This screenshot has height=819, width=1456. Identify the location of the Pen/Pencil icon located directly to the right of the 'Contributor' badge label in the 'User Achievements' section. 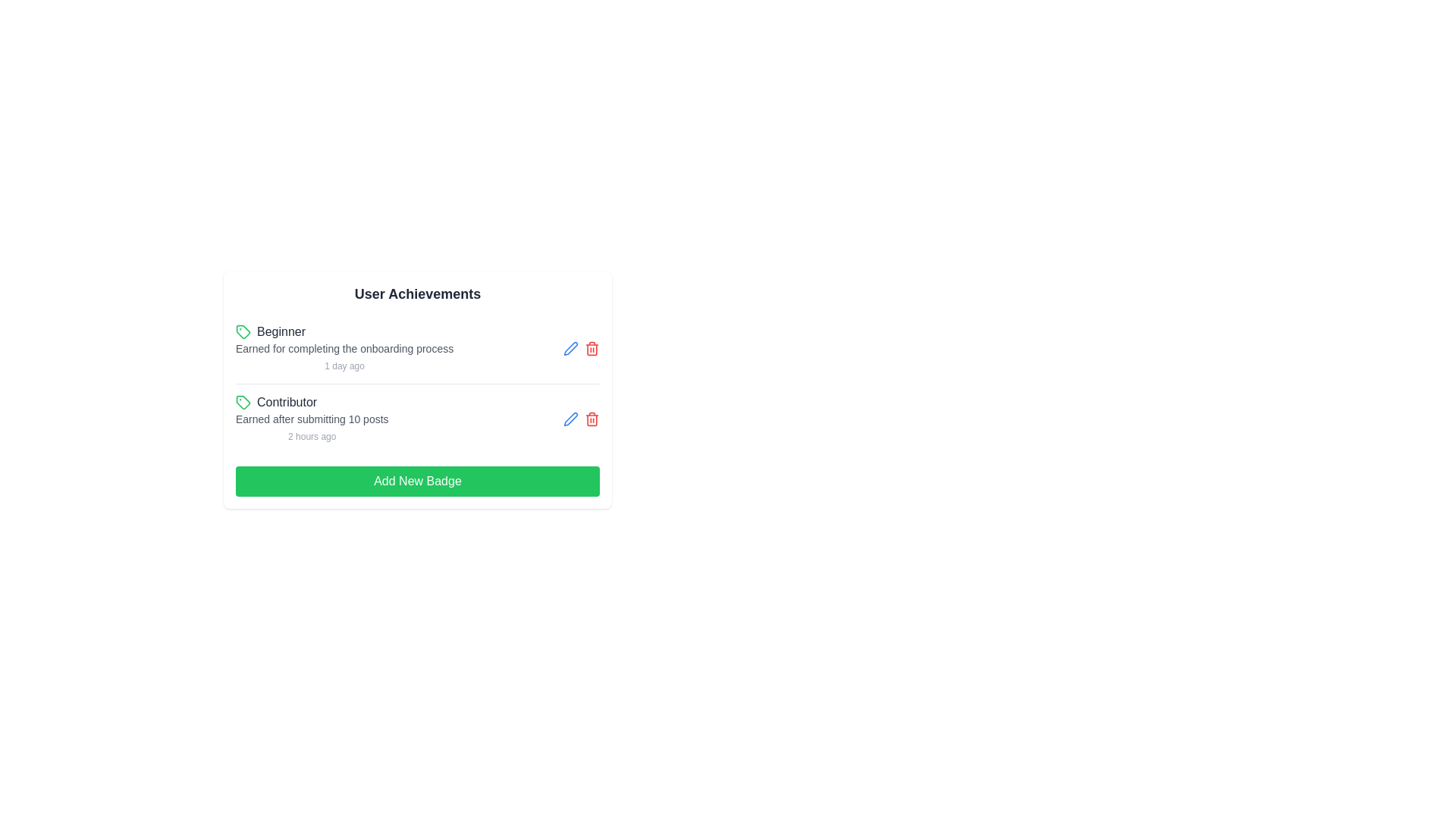
(570, 348).